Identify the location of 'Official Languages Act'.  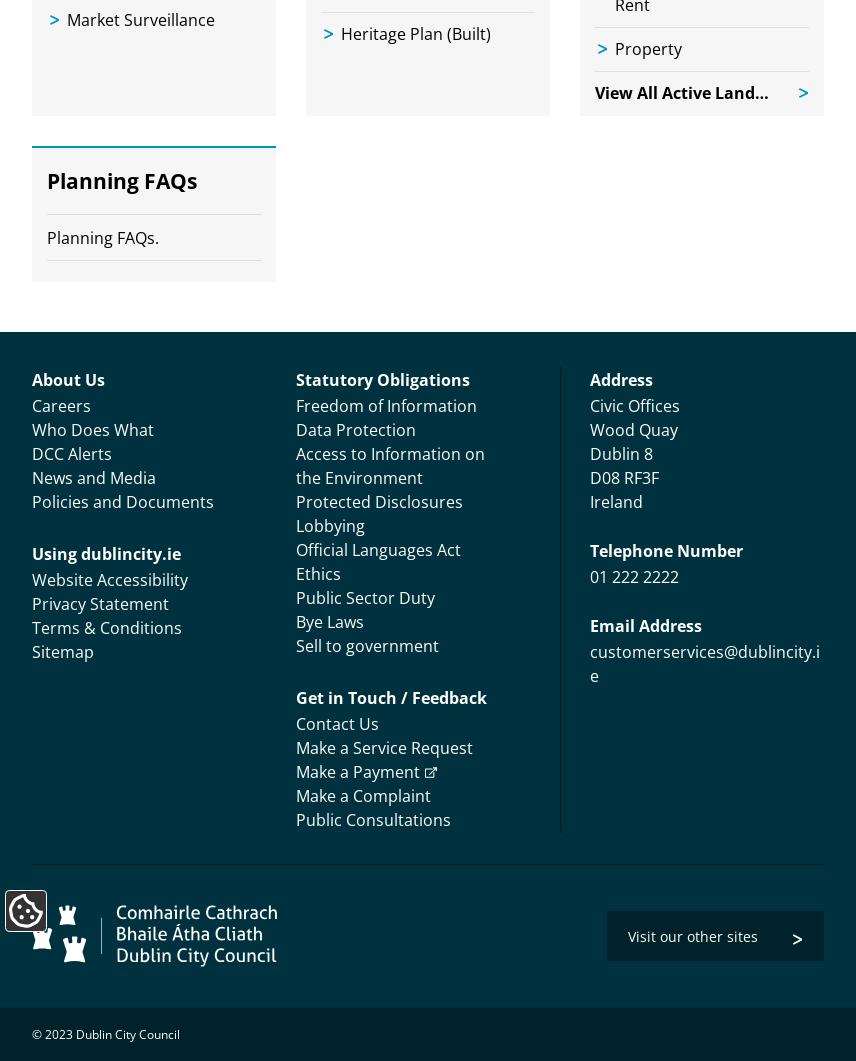
(377, 549).